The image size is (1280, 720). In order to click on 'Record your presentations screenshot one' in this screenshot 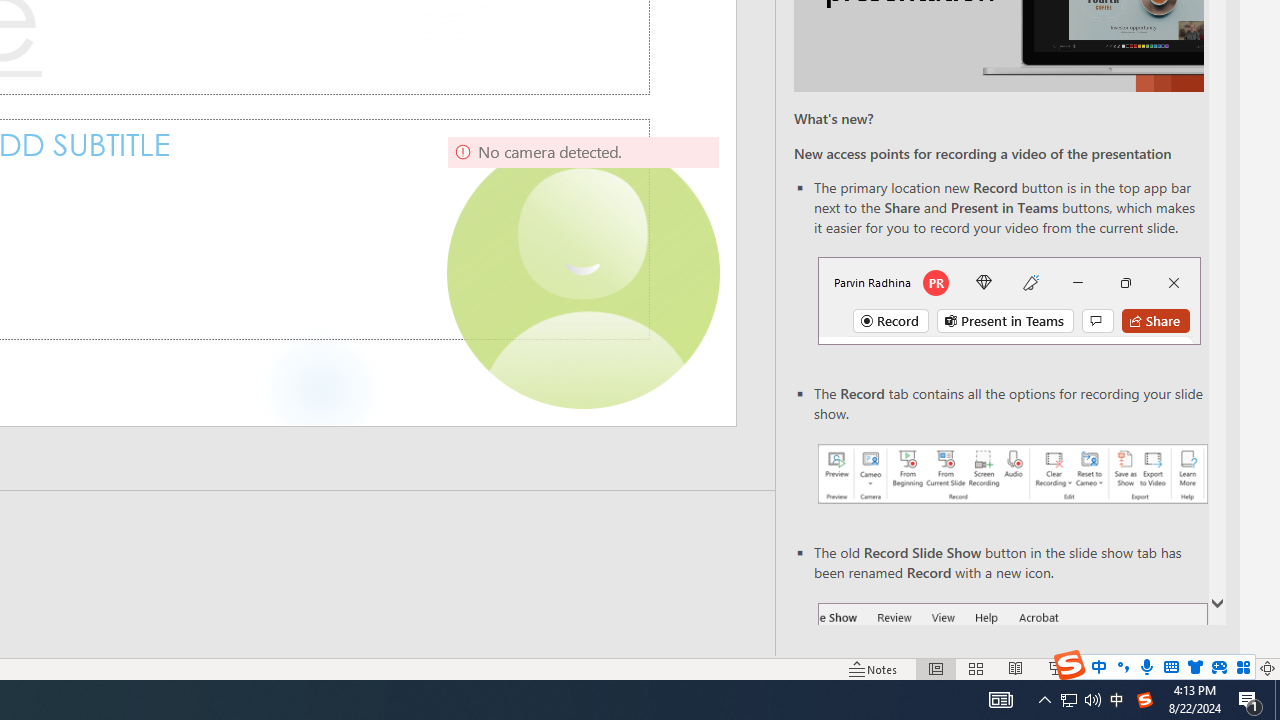, I will do `click(1013, 474)`.